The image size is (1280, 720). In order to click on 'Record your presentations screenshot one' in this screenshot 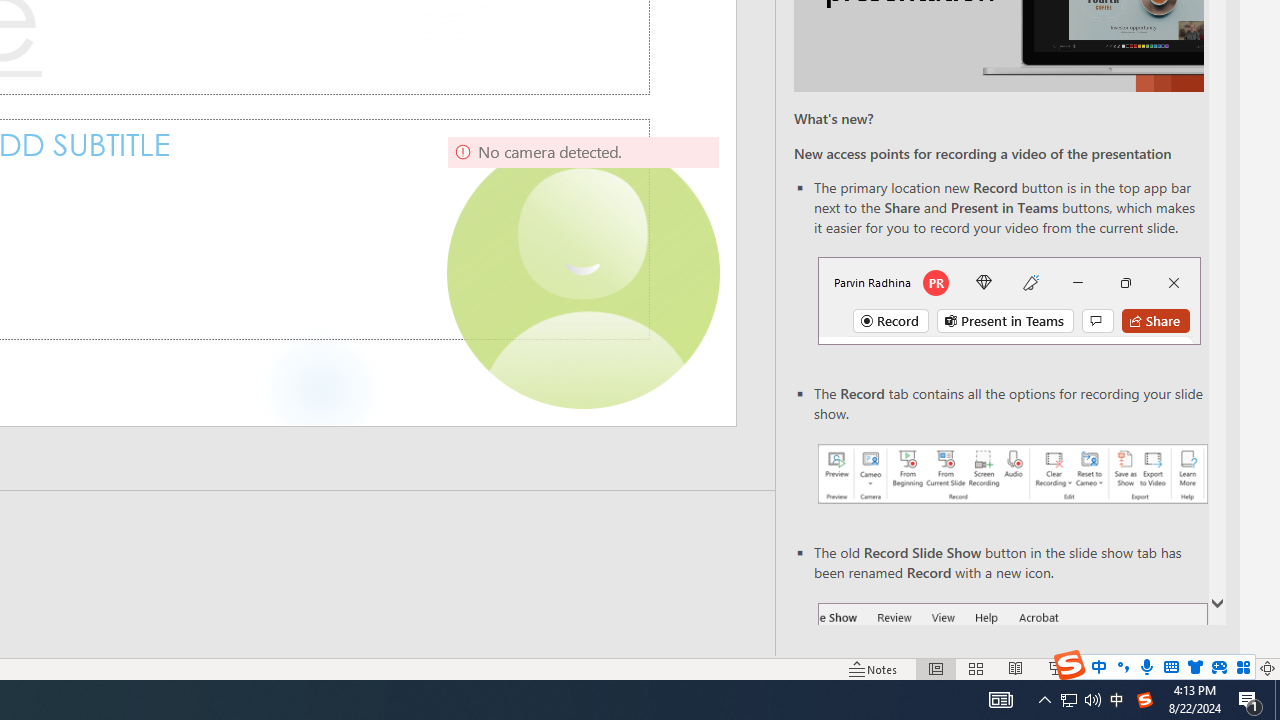, I will do `click(1013, 474)`.